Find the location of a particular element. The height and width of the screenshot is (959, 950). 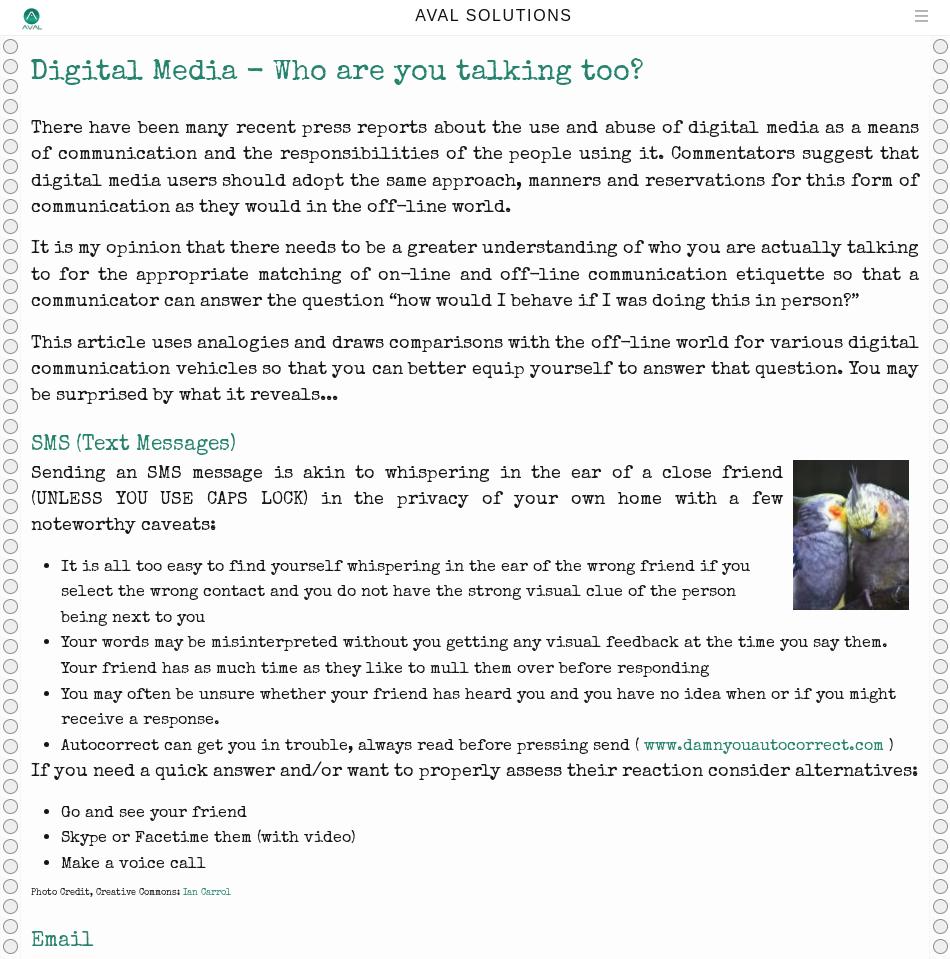

'It is my opinion that there needs to be a greater understanding of who you are actually talking to for the appropriate matching of on-line and off-line communication etiquette so that a communicator can answer the question “how would I behave if I was doing this in person?”' is located at coordinates (30, 273).